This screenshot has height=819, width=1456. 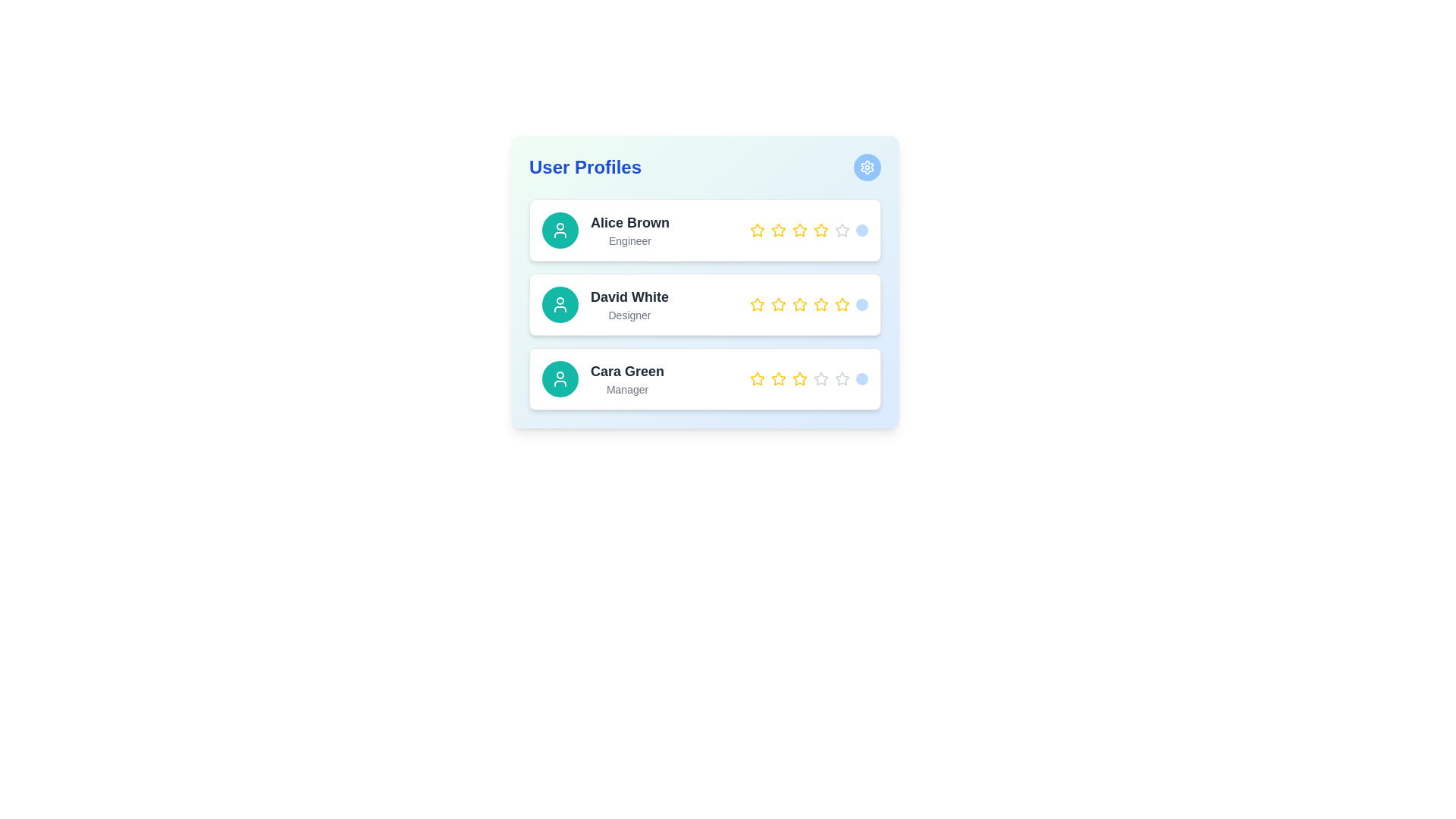 What do you see at coordinates (757, 231) in the screenshot?
I see `the first rating star icon for user 'Alice Brown', located next to the text 'Engineer'` at bounding box center [757, 231].